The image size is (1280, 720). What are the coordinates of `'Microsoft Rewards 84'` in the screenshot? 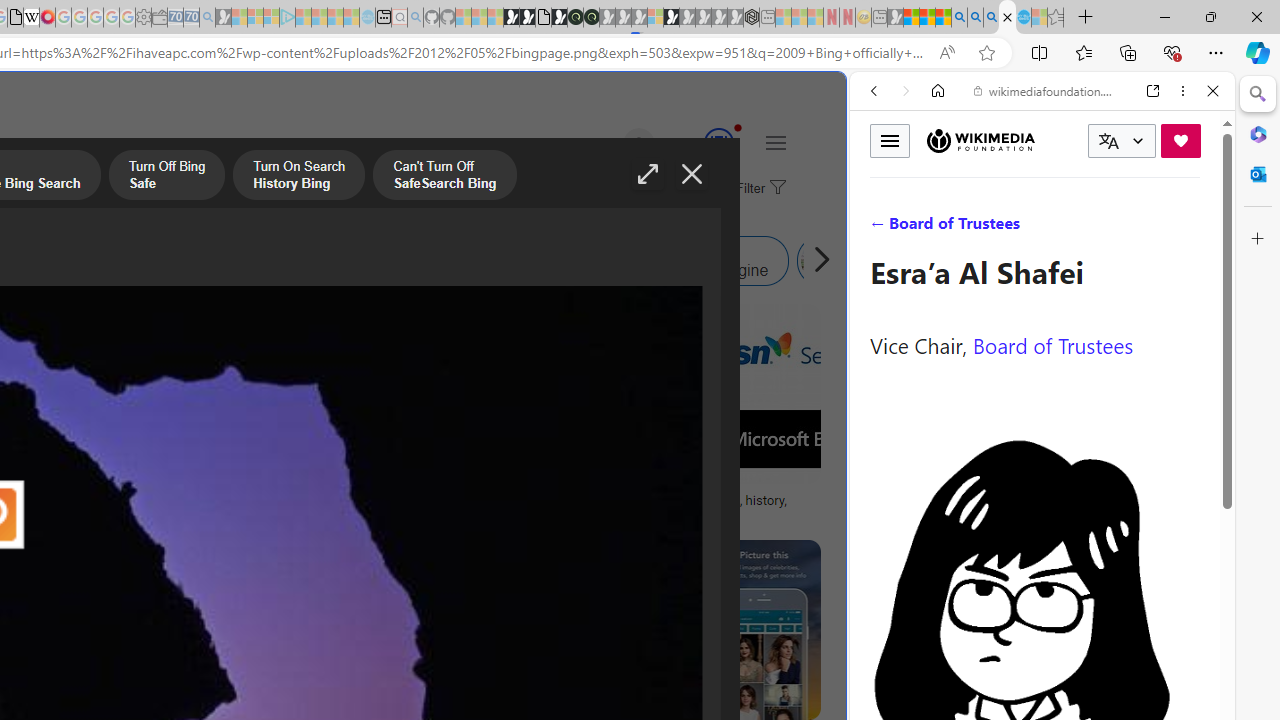 It's located at (700, 143).